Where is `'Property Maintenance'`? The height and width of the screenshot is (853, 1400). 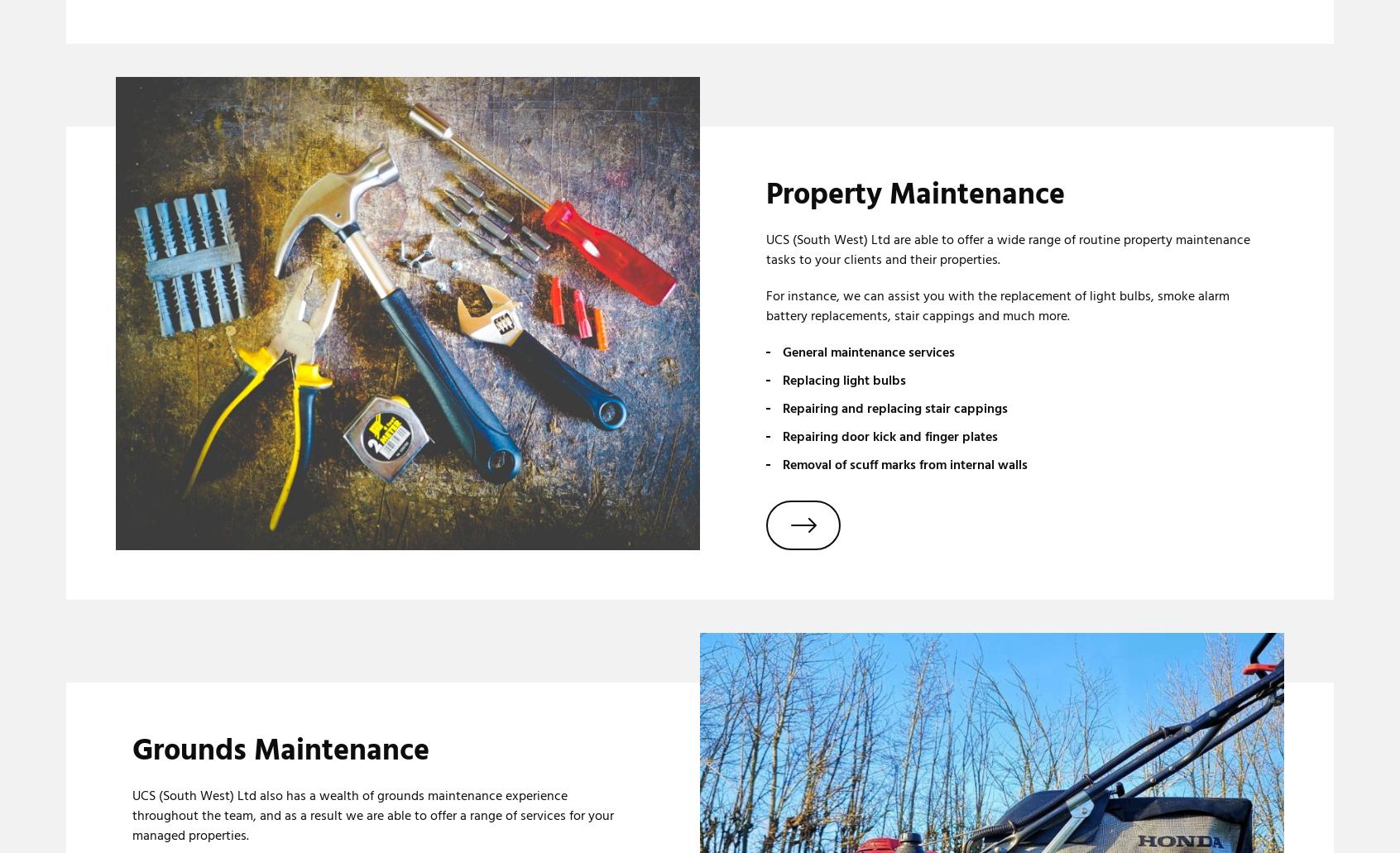
'Property Maintenance' is located at coordinates (915, 194).